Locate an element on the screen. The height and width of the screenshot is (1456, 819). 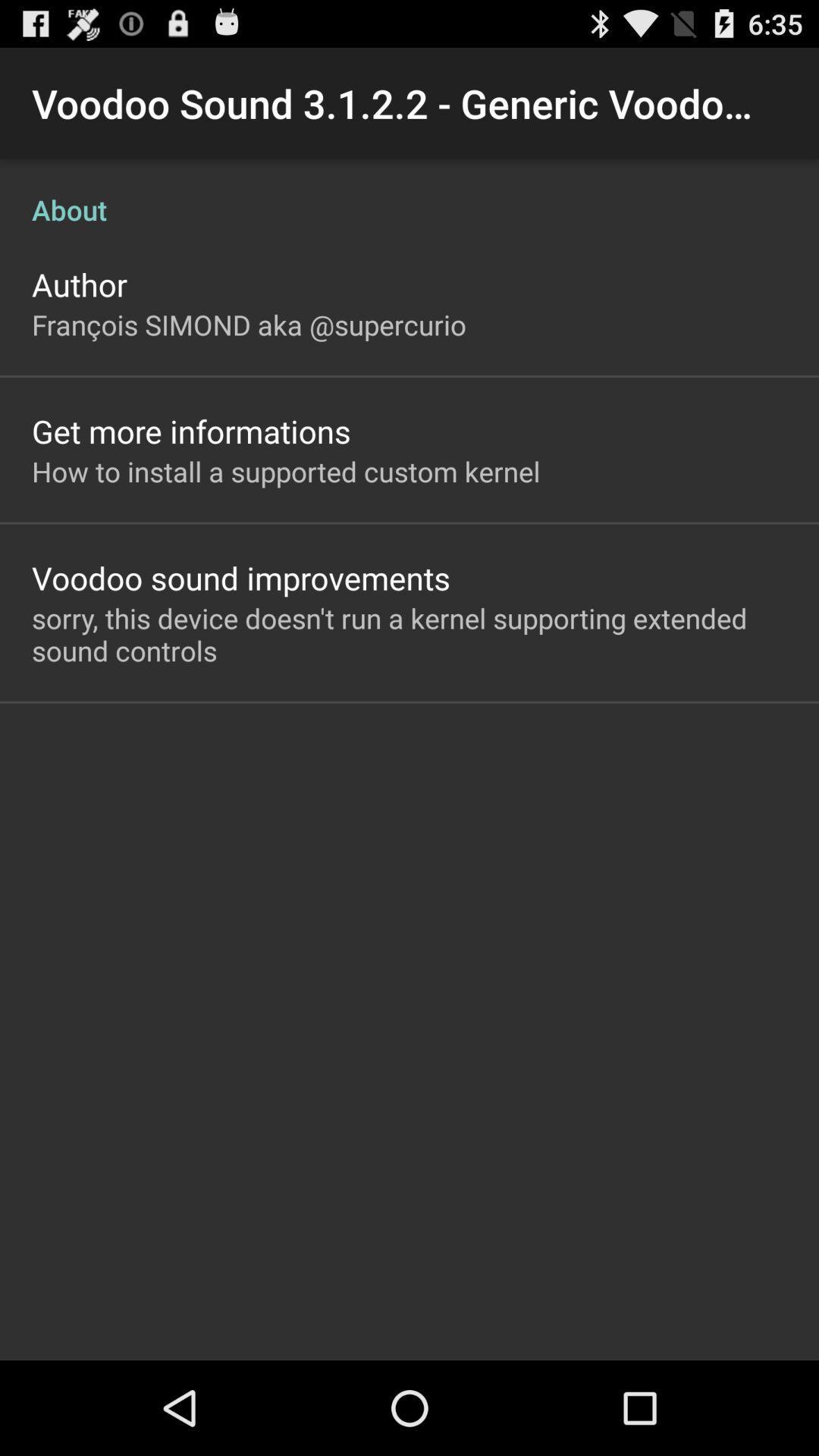
icon above the how to install app is located at coordinates (190, 430).